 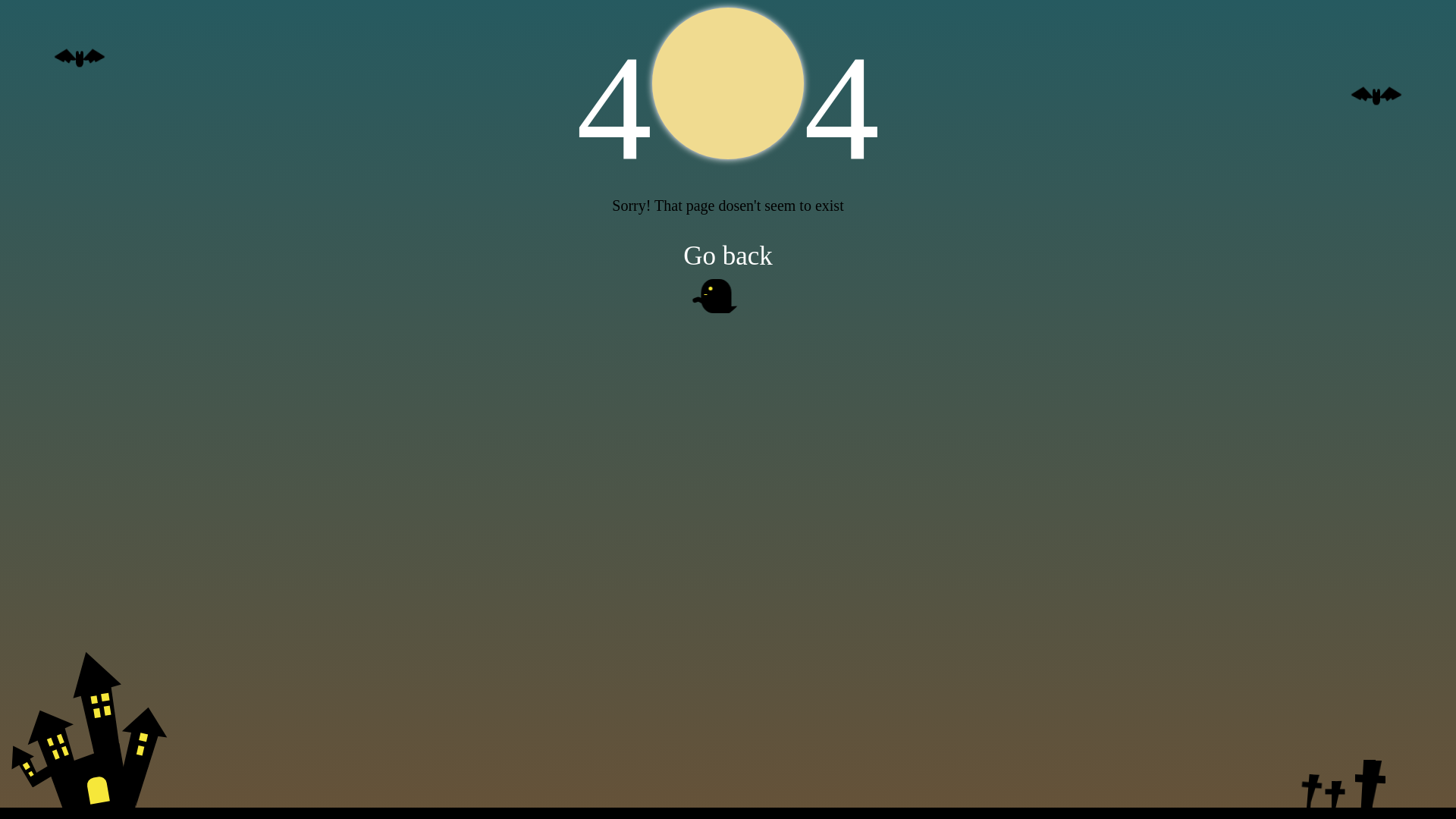 What do you see at coordinates (670, 253) in the screenshot?
I see `'Go back'` at bounding box center [670, 253].